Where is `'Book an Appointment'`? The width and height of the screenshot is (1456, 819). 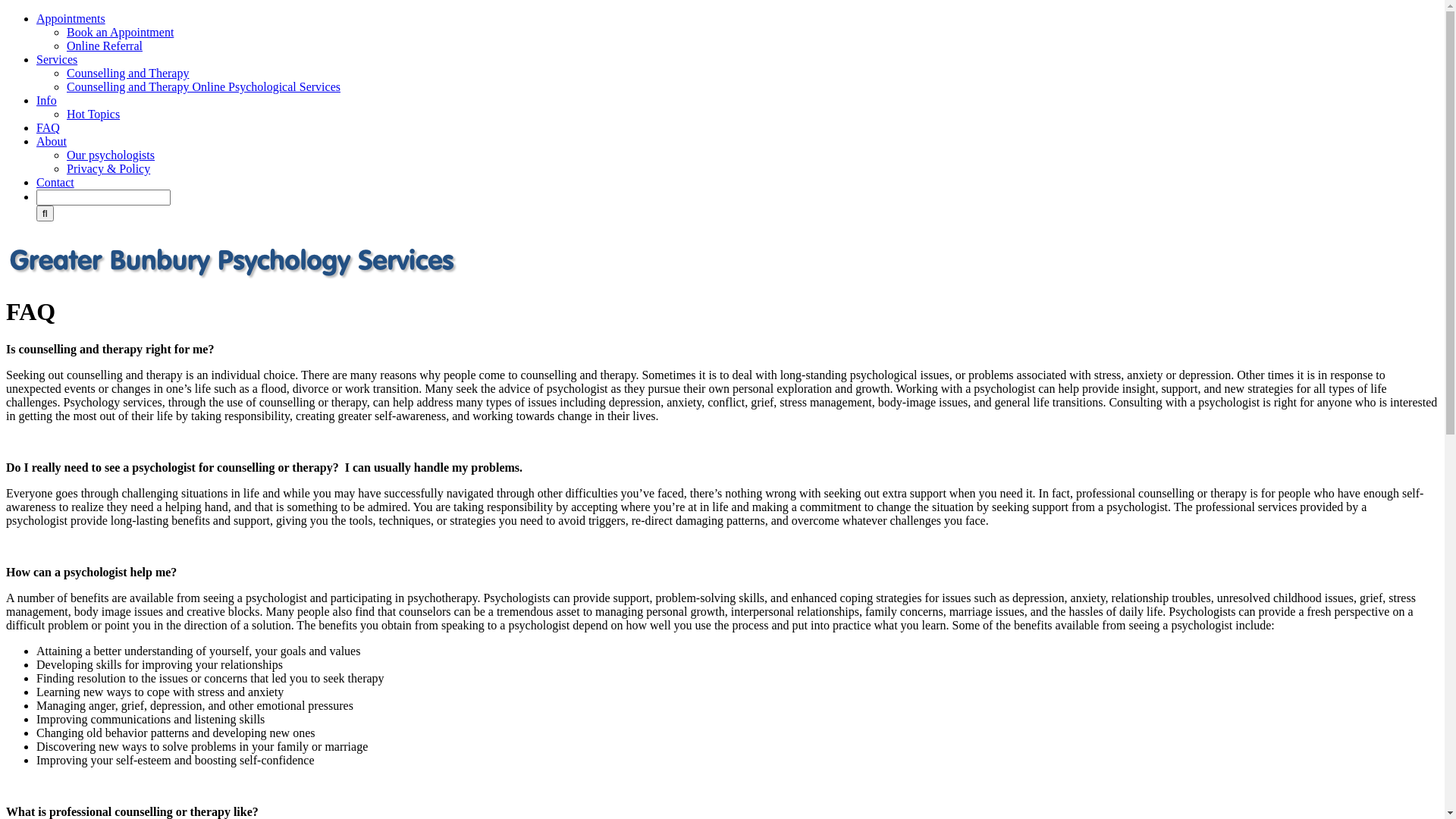 'Book an Appointment' is located at coordinates (65, 32).